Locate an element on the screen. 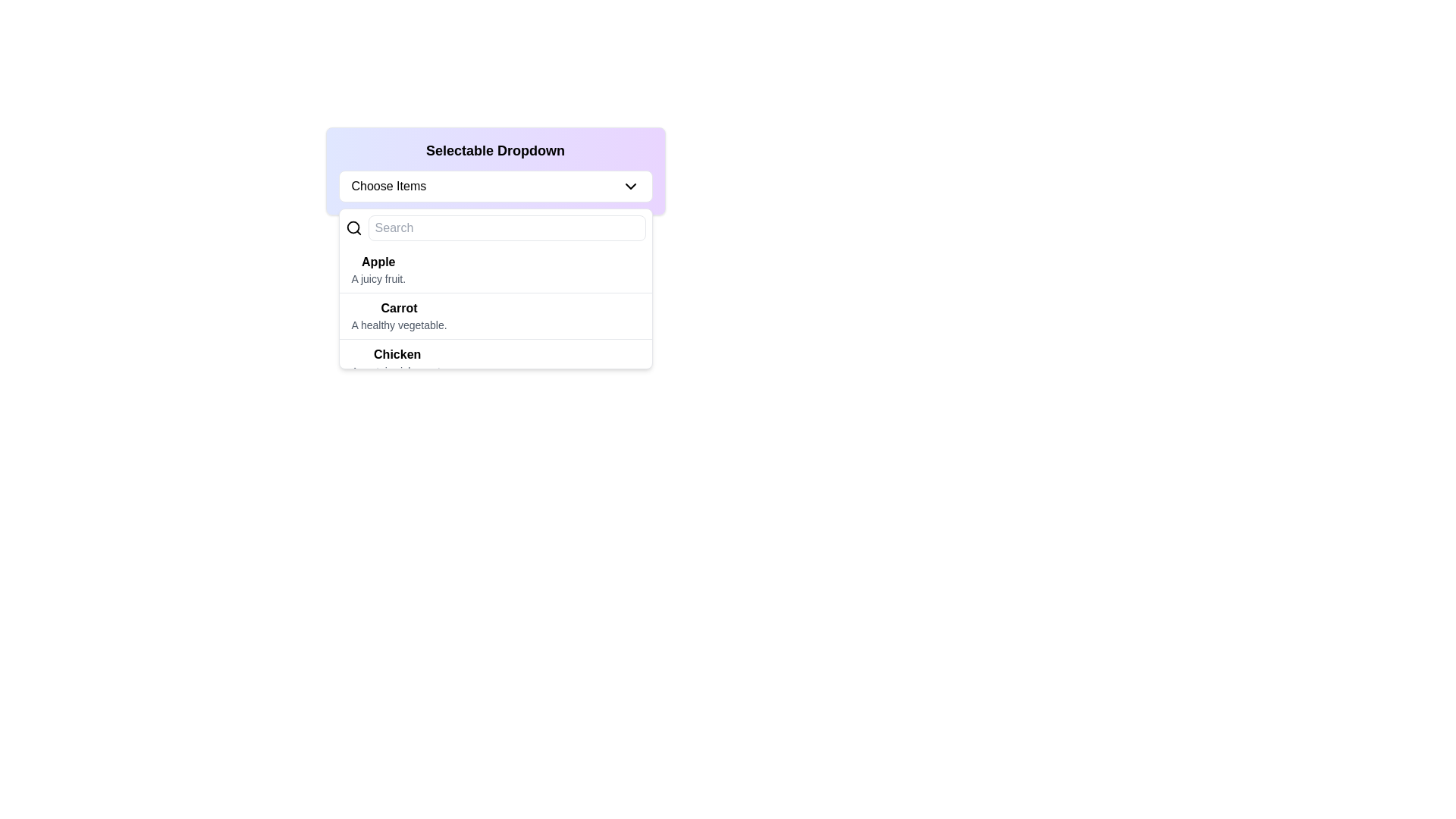  the circular part of the magnifying glass icon, which serves as a visual indicator for the search functionality is located at coordinates (352, 227).